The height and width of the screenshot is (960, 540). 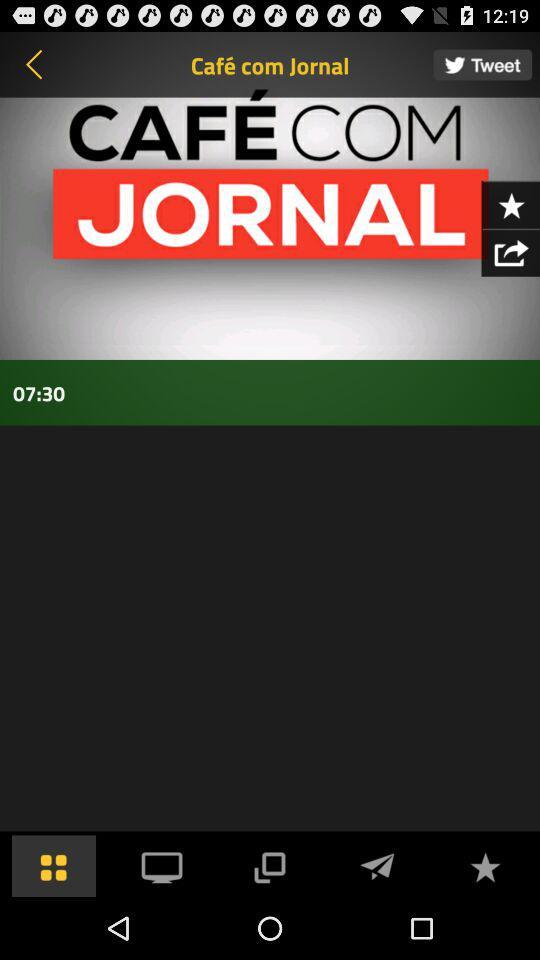 What do you see at coordinates (510, 269) in the screenshot?
I see `the launch icon` at bounding box center [510, 269].